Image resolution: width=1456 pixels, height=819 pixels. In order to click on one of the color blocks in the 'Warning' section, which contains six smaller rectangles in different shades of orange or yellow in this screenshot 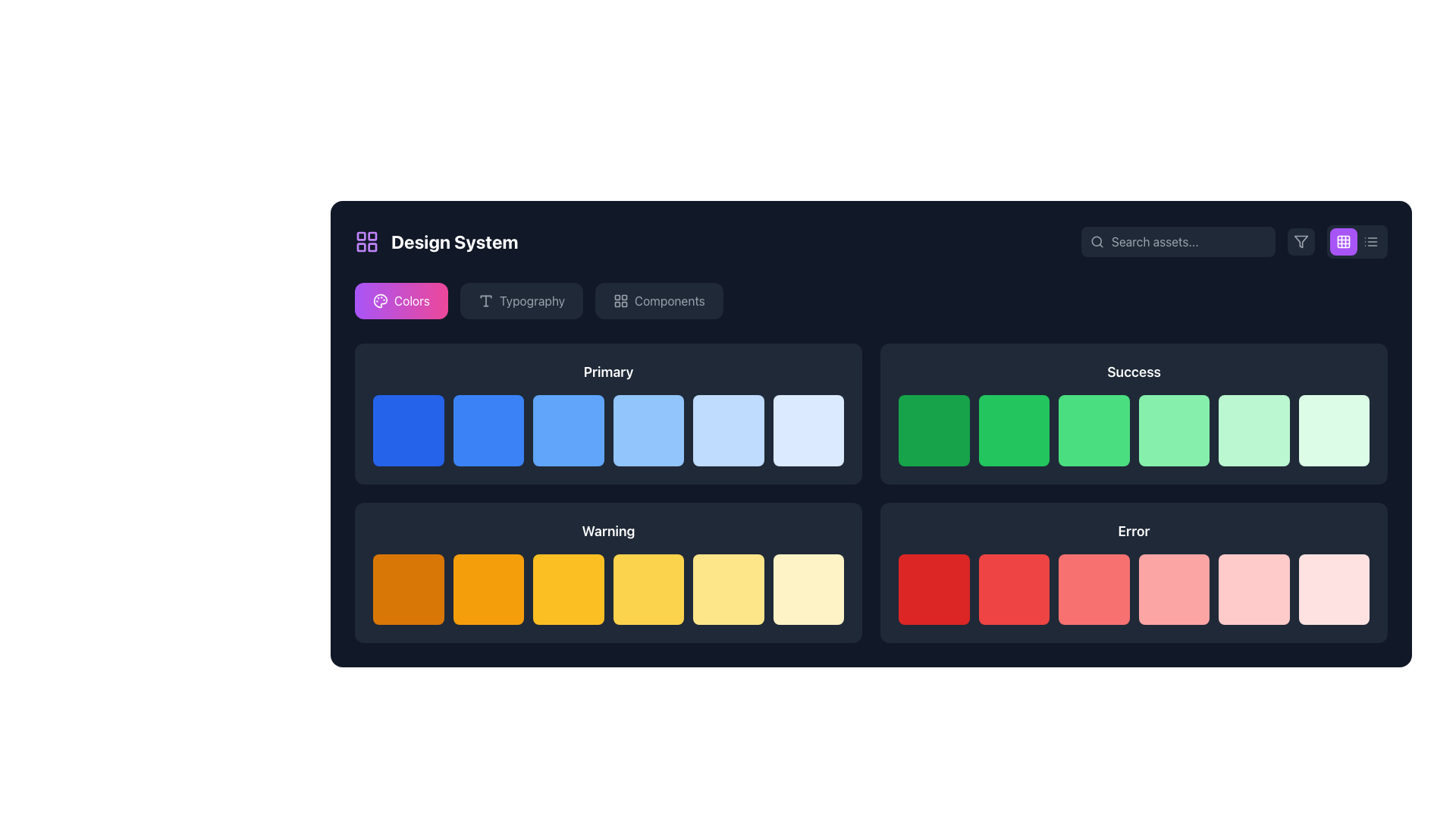, I will do `click(608, 573)`.